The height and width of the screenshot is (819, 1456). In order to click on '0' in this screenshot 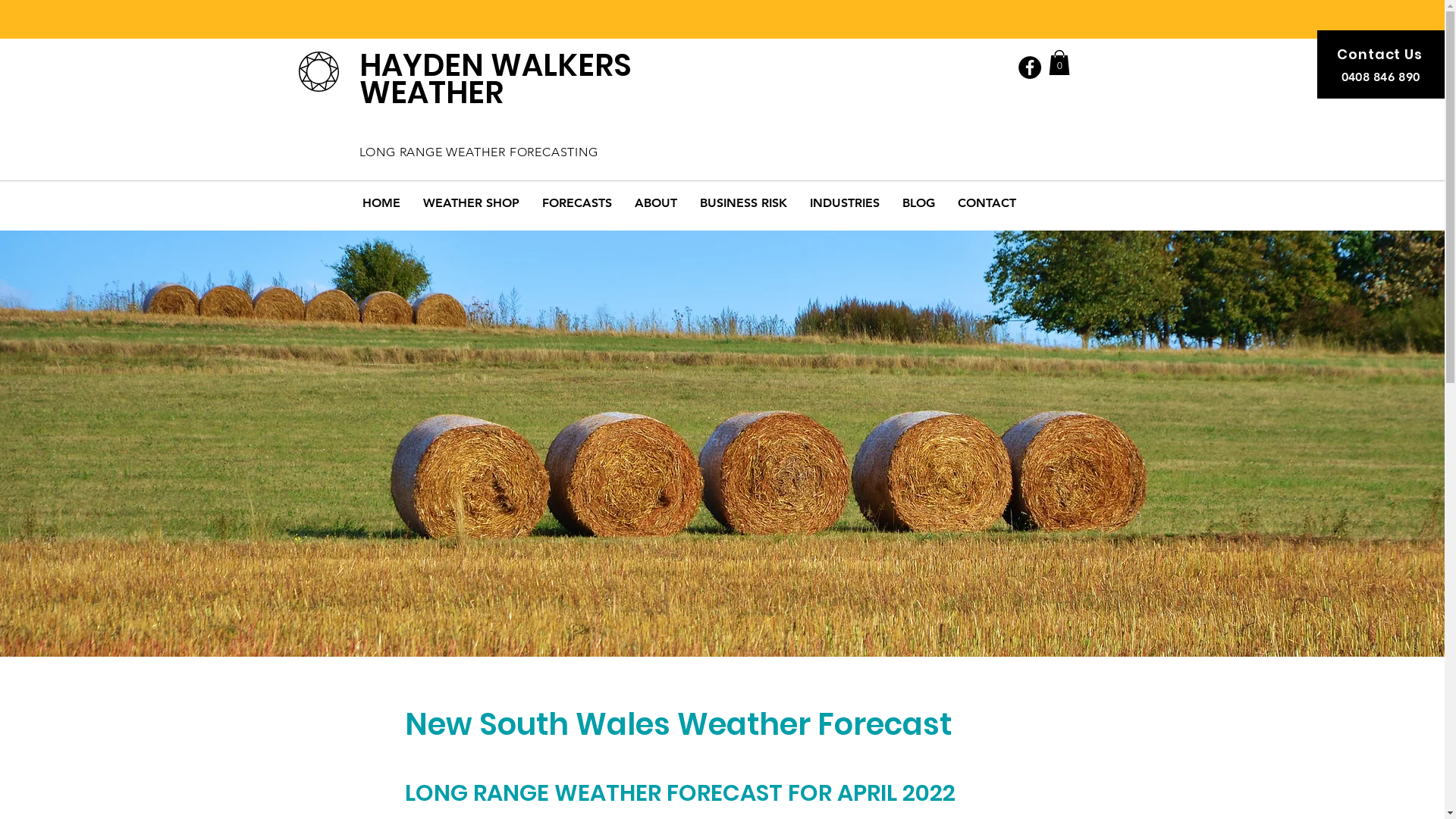, I will do `click(1058, 61)`.